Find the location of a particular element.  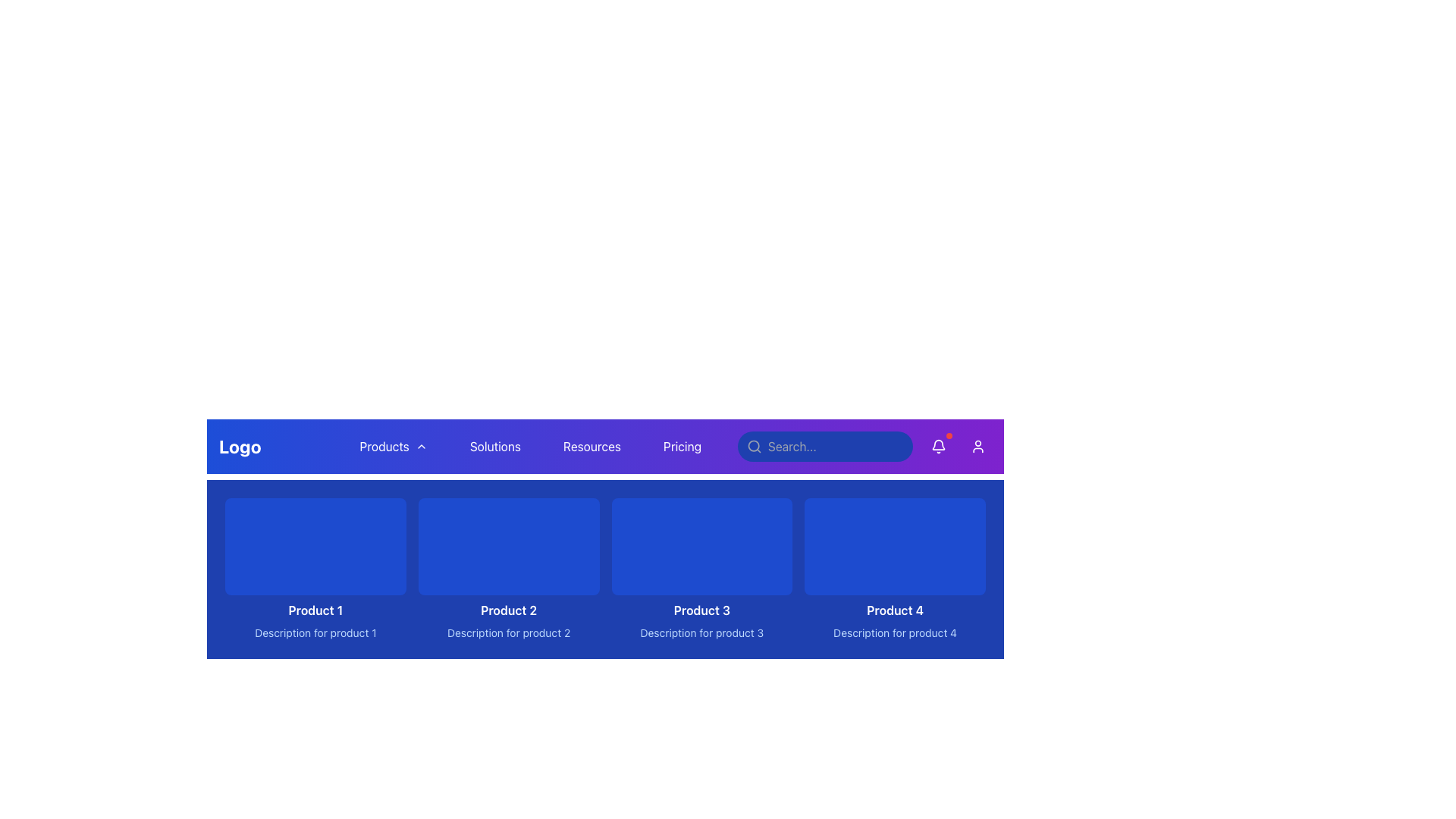

the logo or brand identifier located at the top-left corner of the header section, preceding navigation menu items like 'Products', 'Solutions', and 'Resources' is located at coordinates (239, 446).